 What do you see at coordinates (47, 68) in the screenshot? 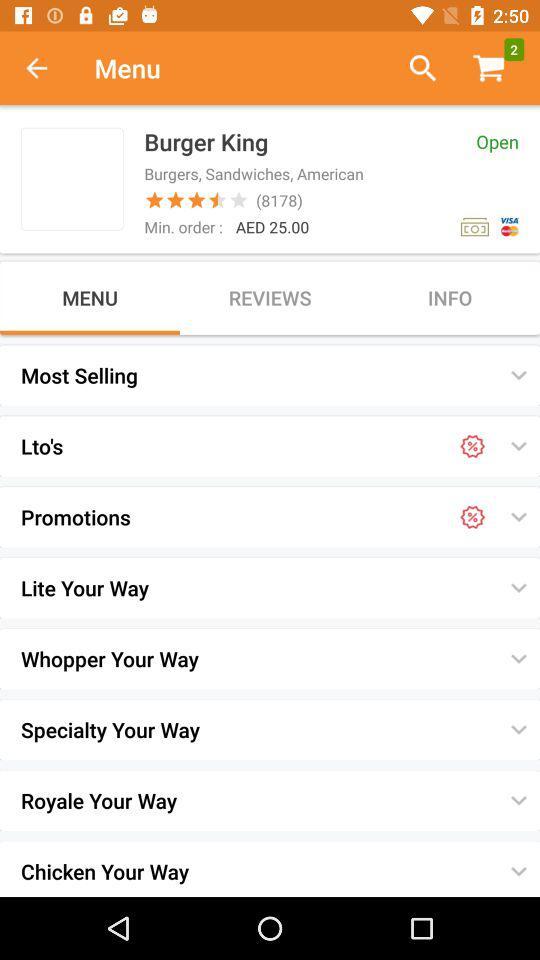
I see `come back` at bounding box center [47, 68].